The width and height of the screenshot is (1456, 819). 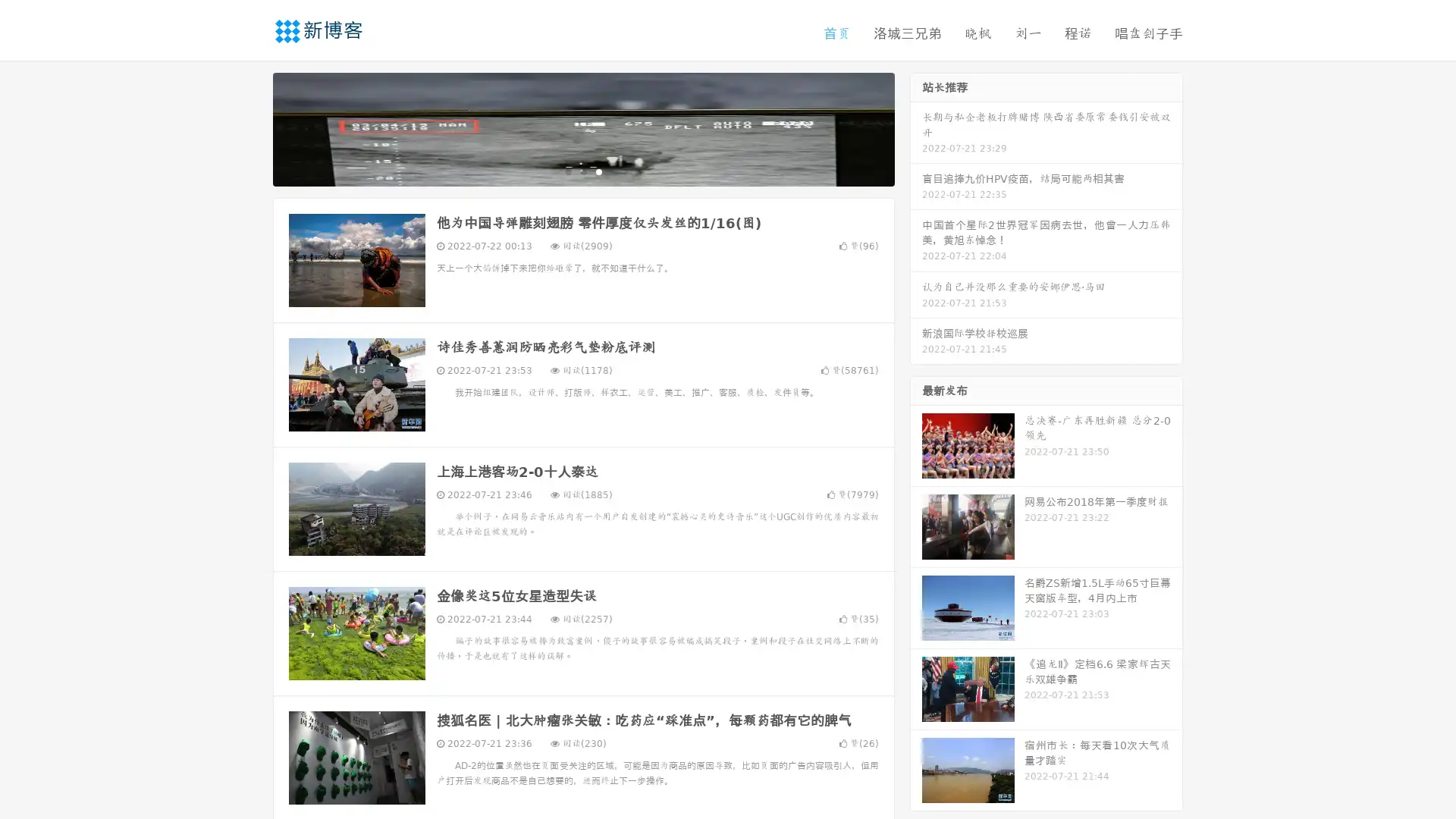 I want to click on Go to slide 3, so click(x=598, y=171).